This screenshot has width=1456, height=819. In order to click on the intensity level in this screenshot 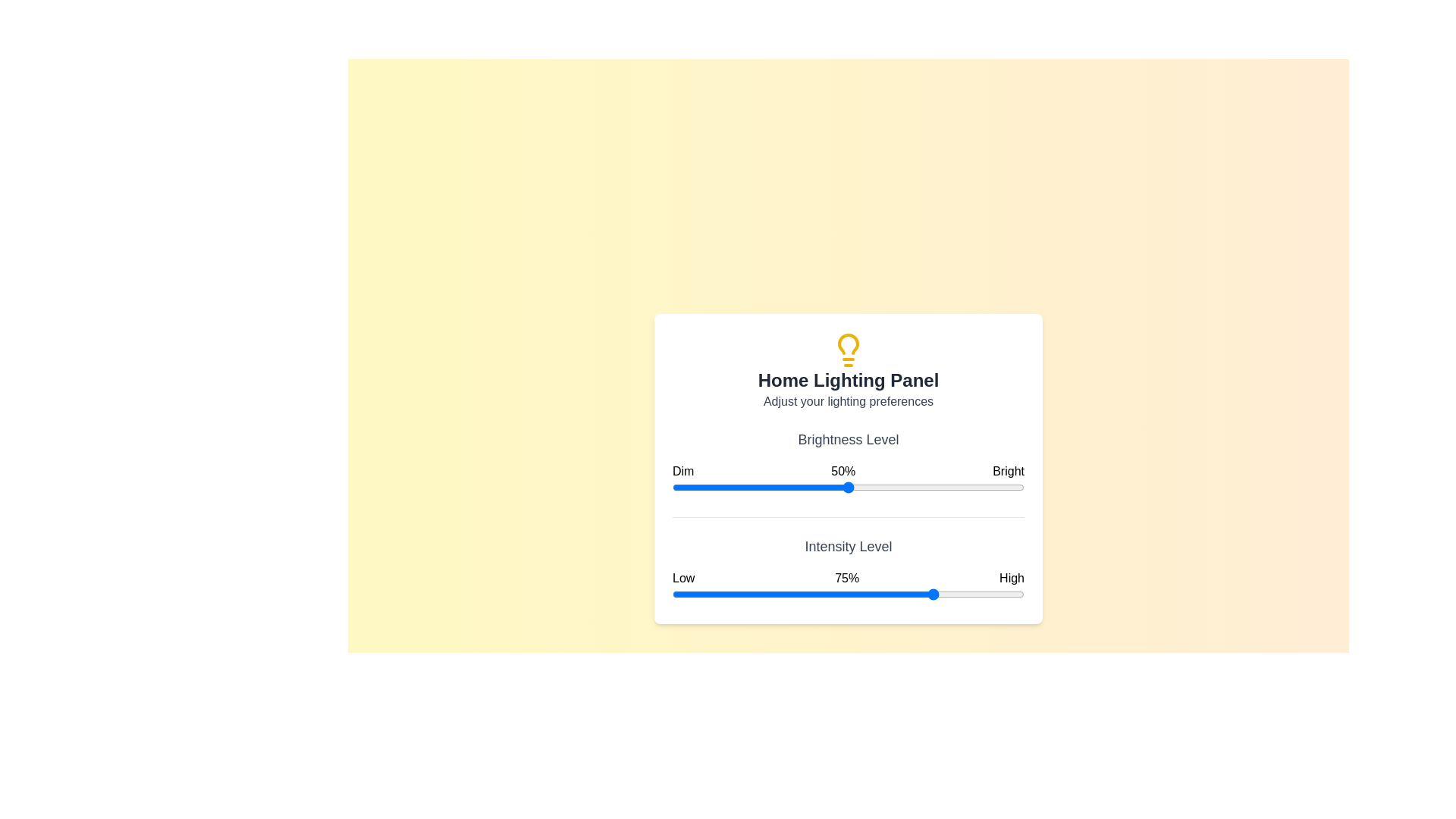, I will do `click(862, 593)`.